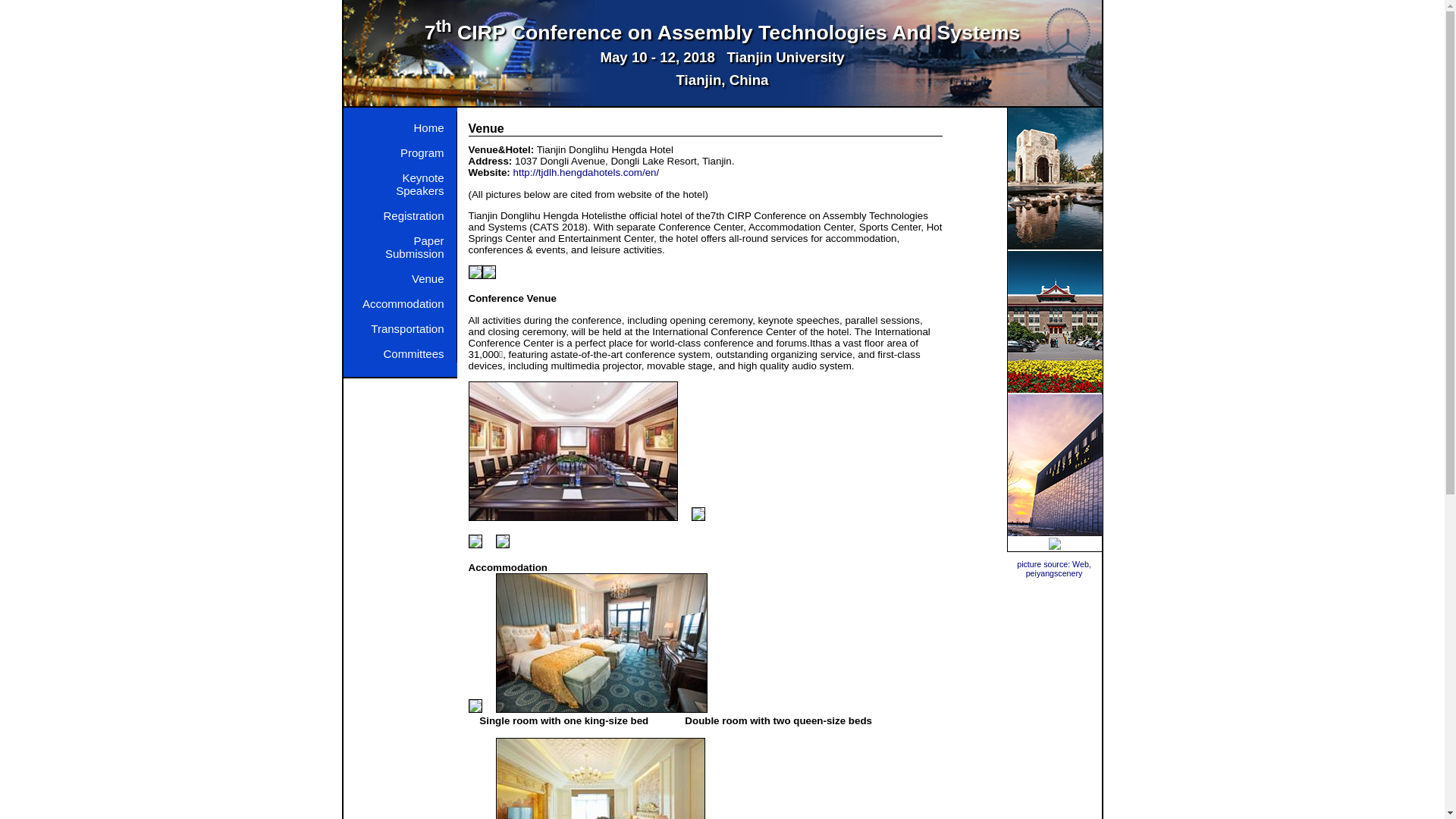 The image size is (1456, 819). I want to click on 'http://tjdlh.hengdahotels.com/en/', so click(585, 171).